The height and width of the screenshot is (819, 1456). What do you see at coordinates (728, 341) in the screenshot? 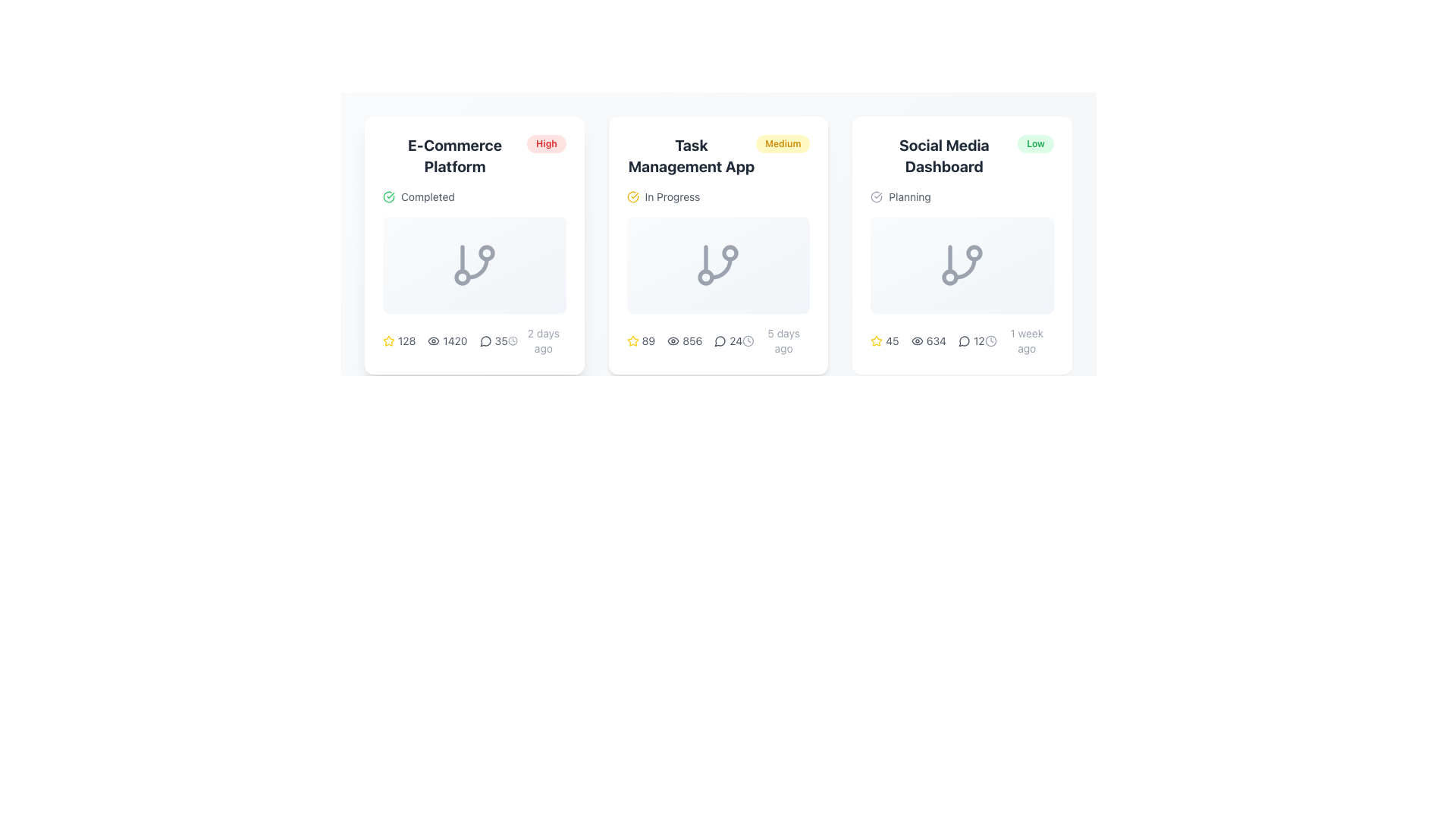
I see `the informational label displaying the numeral '24' to note the information presented, which is aligned to the right of a chat bubble icon, located in the 'Task Management App' card` at bounding box center [728, 341].